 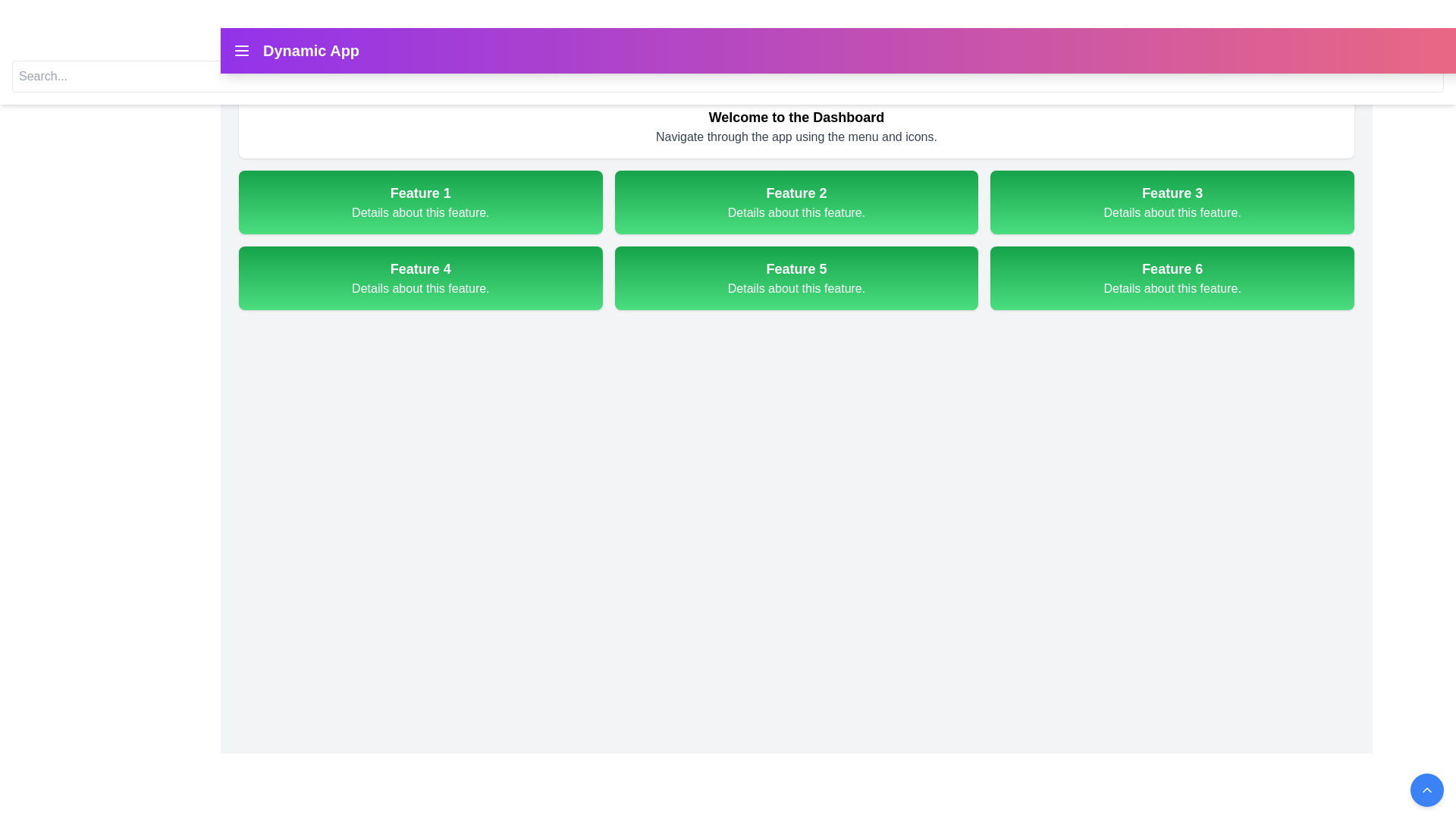 What do you see at coordinates (795, 268) in the screenshot?
I see `the Text element labeled 'Feature 5', which is styled with a bold and larger font on a green gradient background within the fifth feature card` at bounding box center [795, 268].